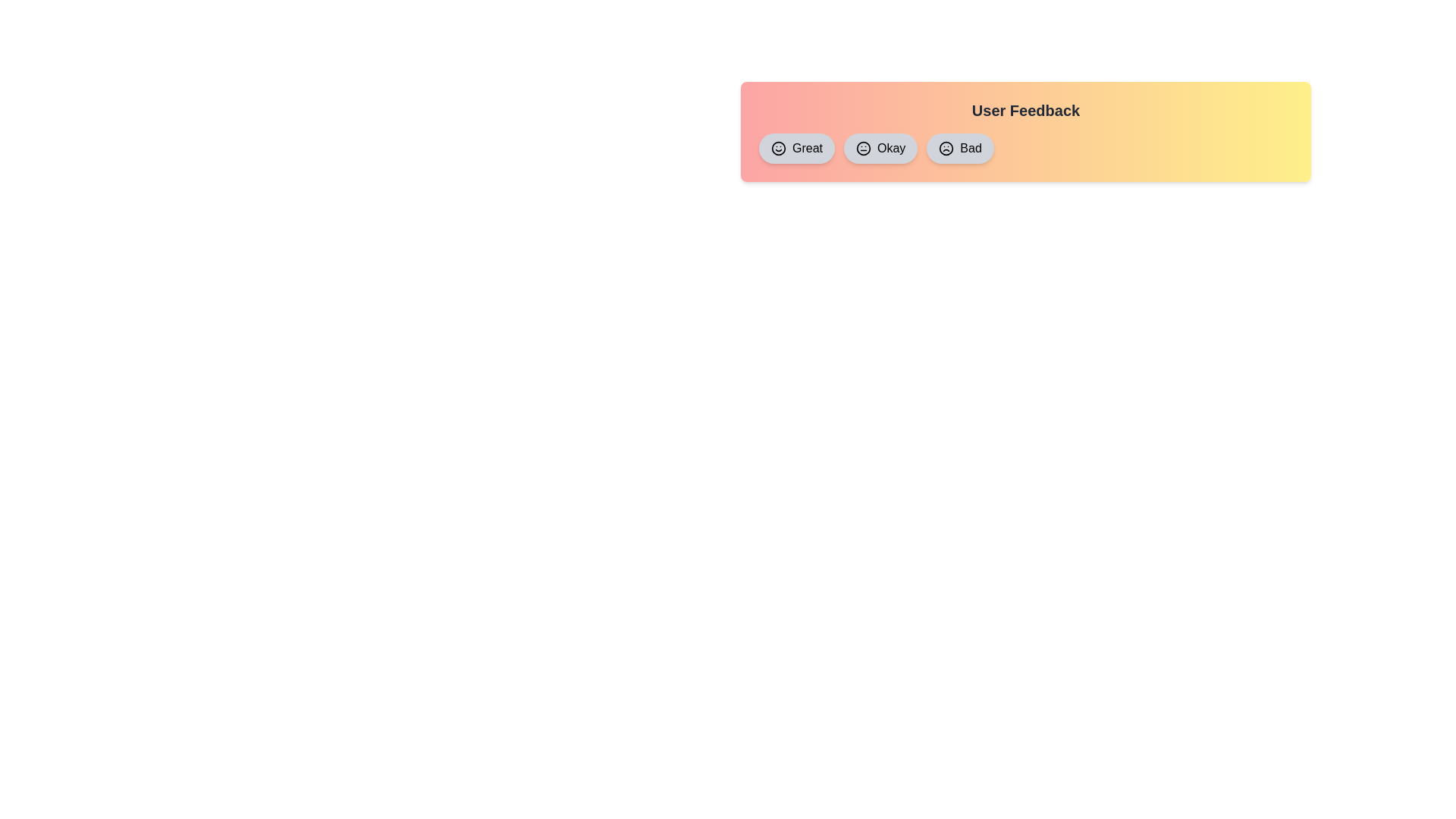  What do you see at coordinates (959, 149) in the screenshot?
I see `the 'Bad' feedback chip to toggle its selection` at bounding box center [959, 149].